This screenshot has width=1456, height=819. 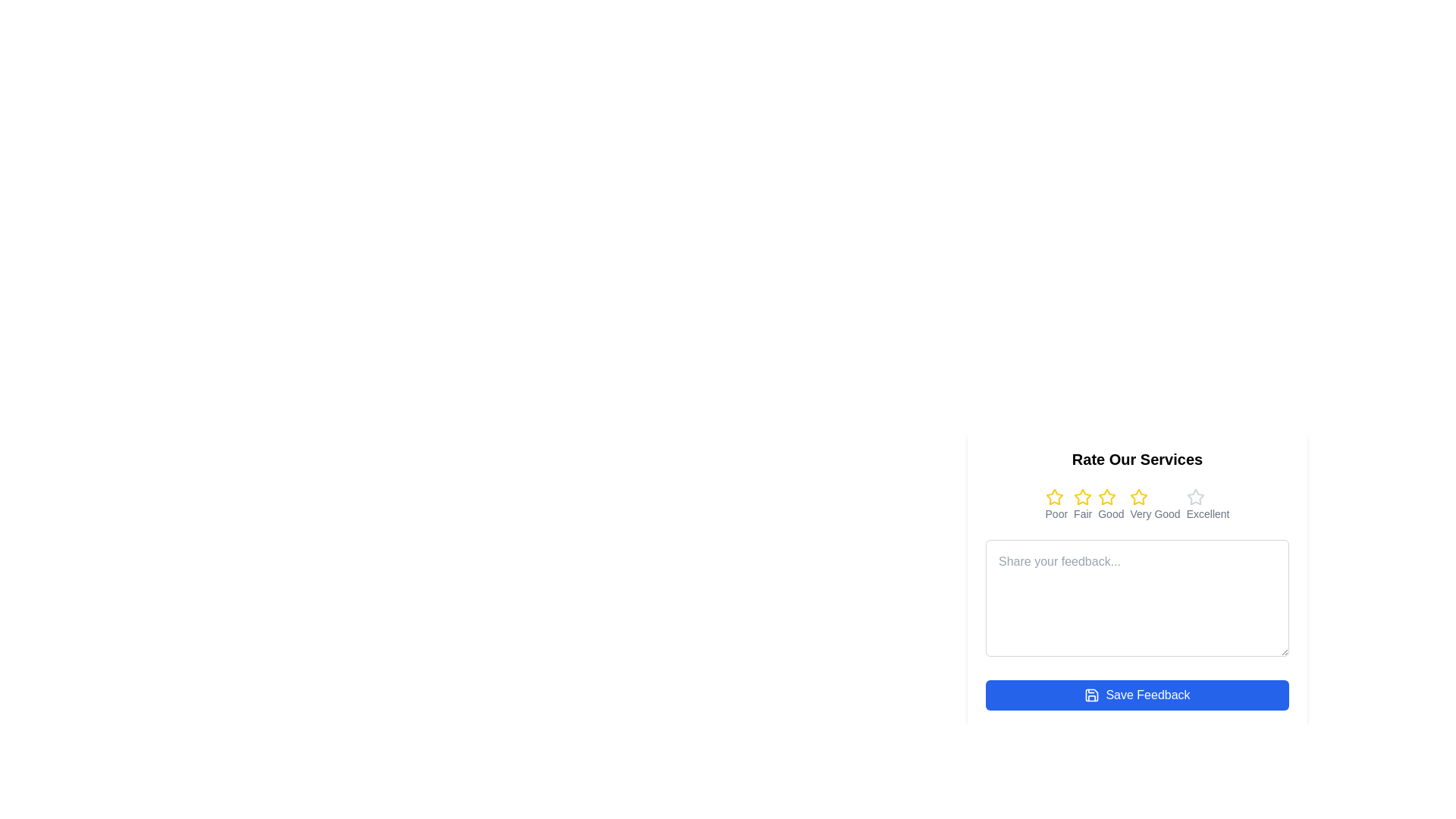 I want to click on the second star icon for the 'Fair' rating under the 'Rate Our Services' text, so click(x=1082, y=497).